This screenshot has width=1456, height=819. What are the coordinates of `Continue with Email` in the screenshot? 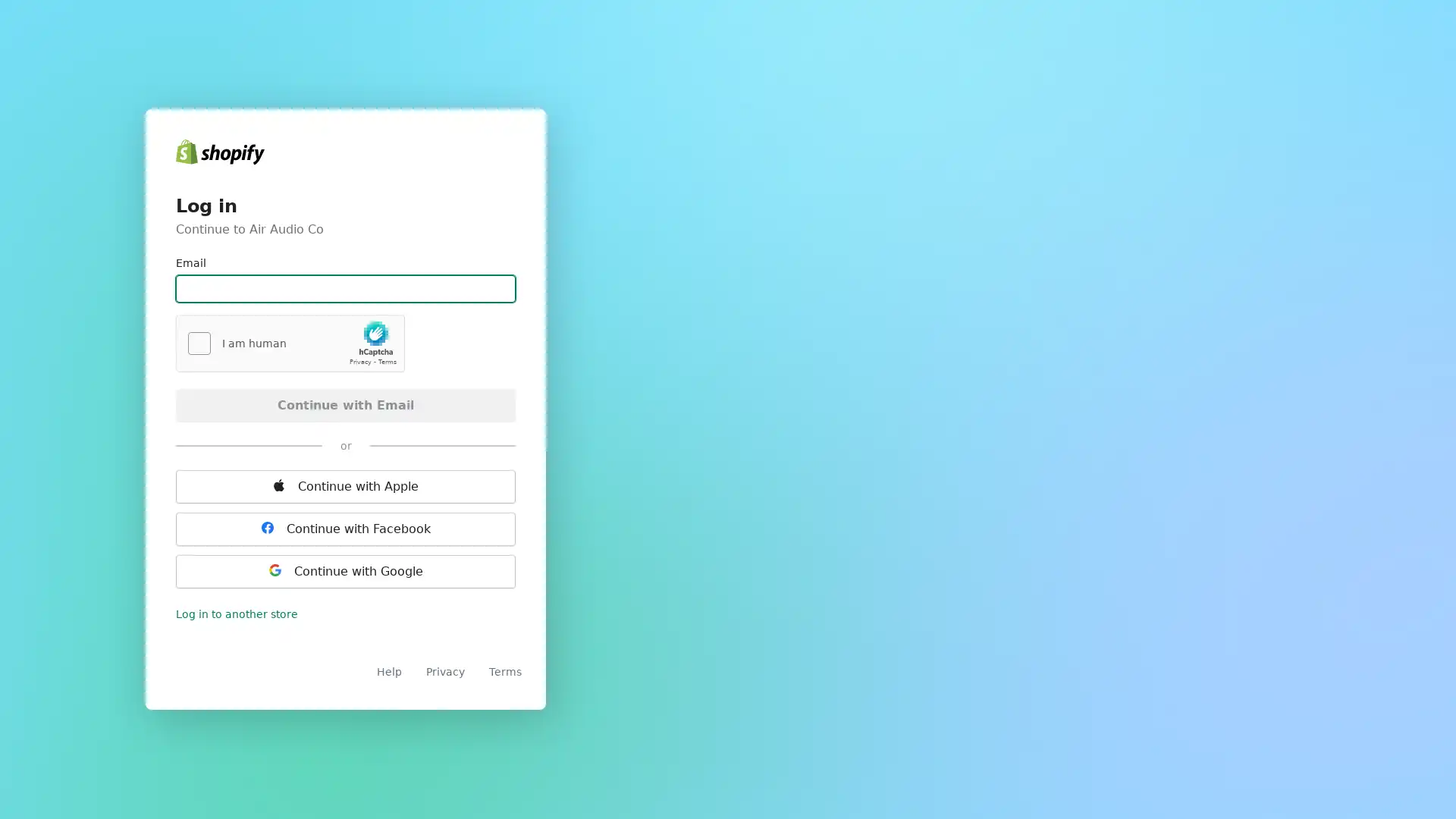 It's located at (345, 403).